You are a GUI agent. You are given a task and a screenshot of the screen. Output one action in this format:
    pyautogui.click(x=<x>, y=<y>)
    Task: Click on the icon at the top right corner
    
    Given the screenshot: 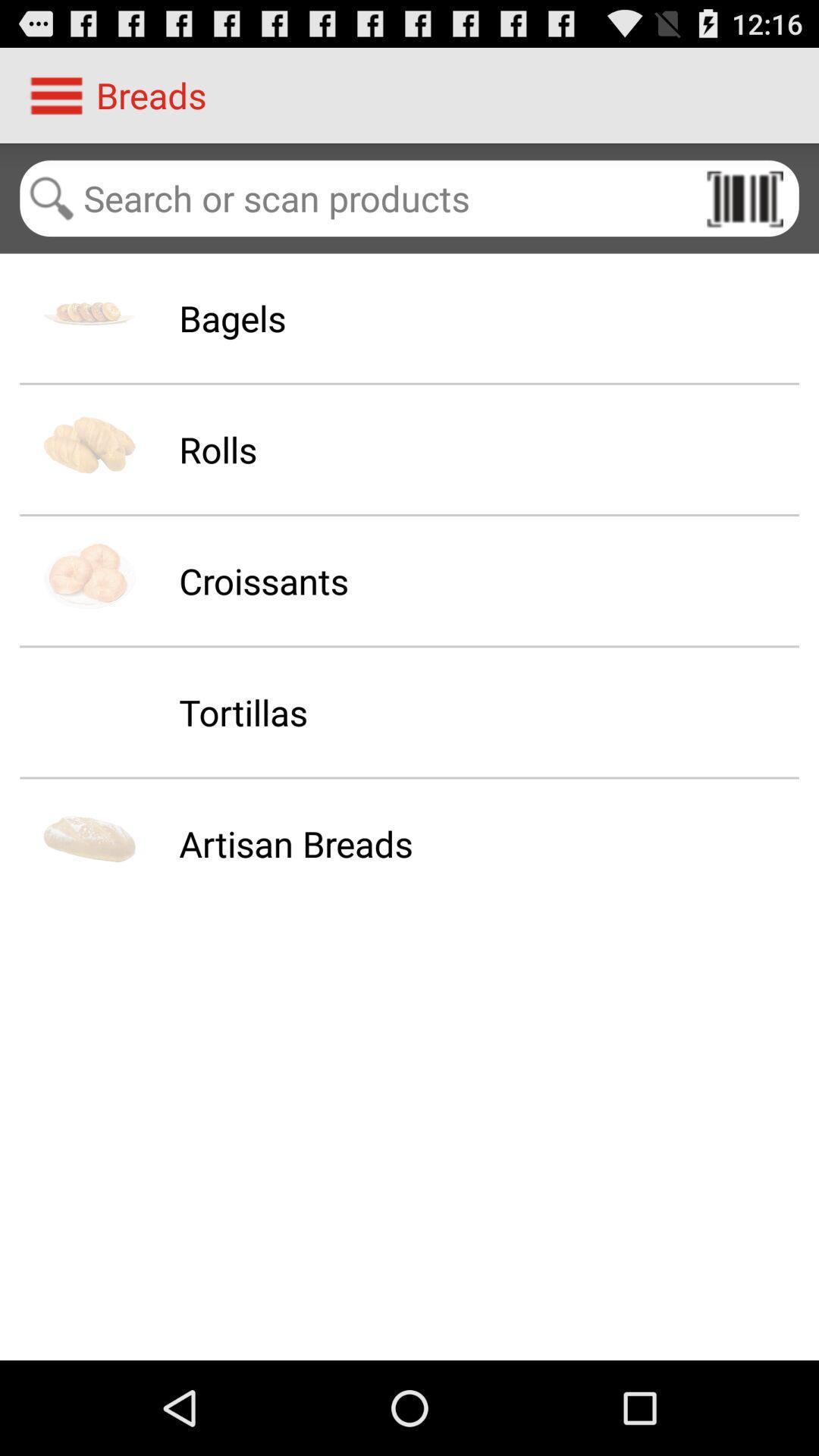 What is the action you would take?
    pyautogui.click(x=744, y=197)
    